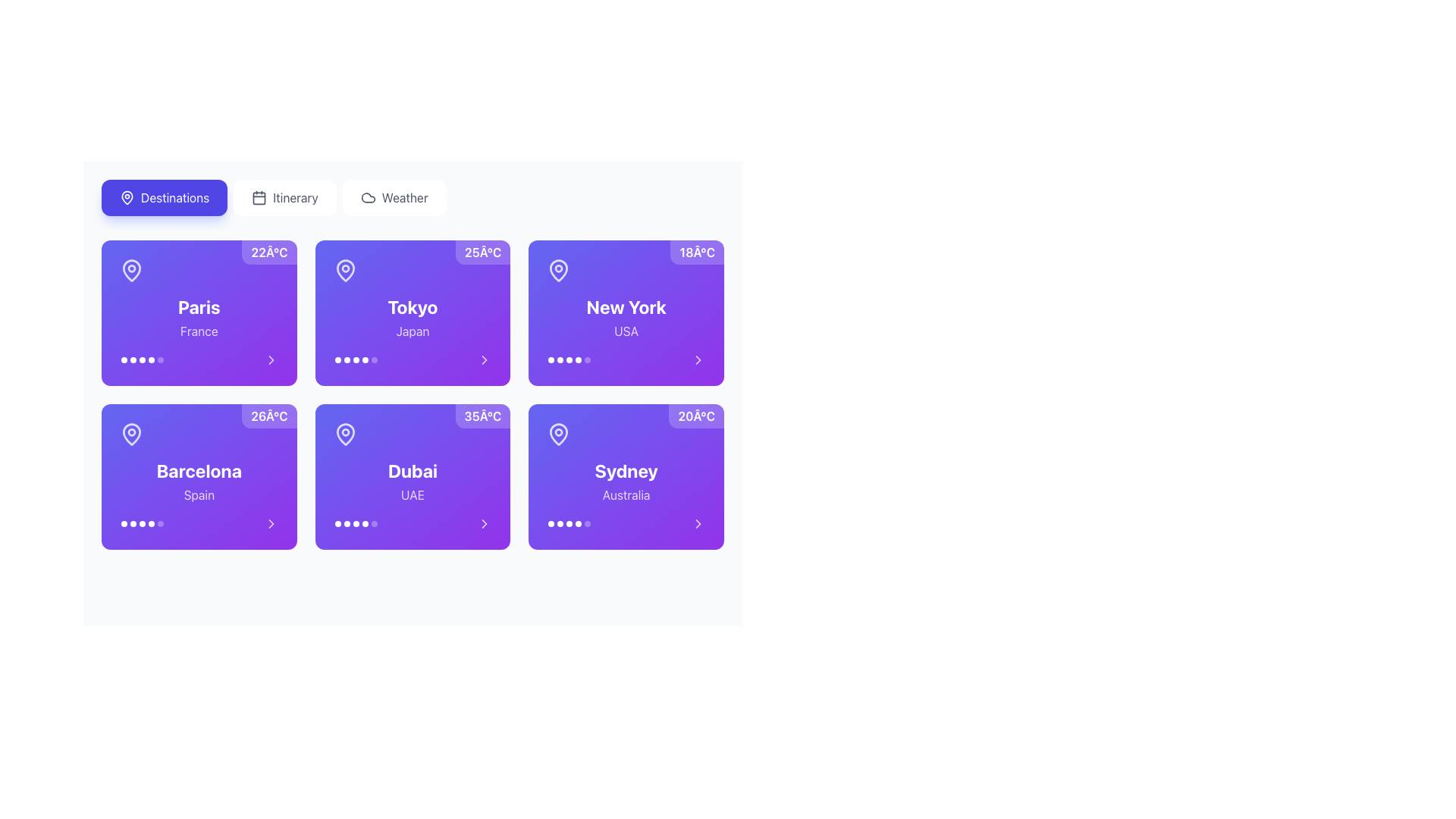 This screenshot has height=819, width=1456. I want to click on content displayed in the text element showing 'USA', which is styled in white color on a gradient purple background, located beneath 'New York', so click(626, 330).